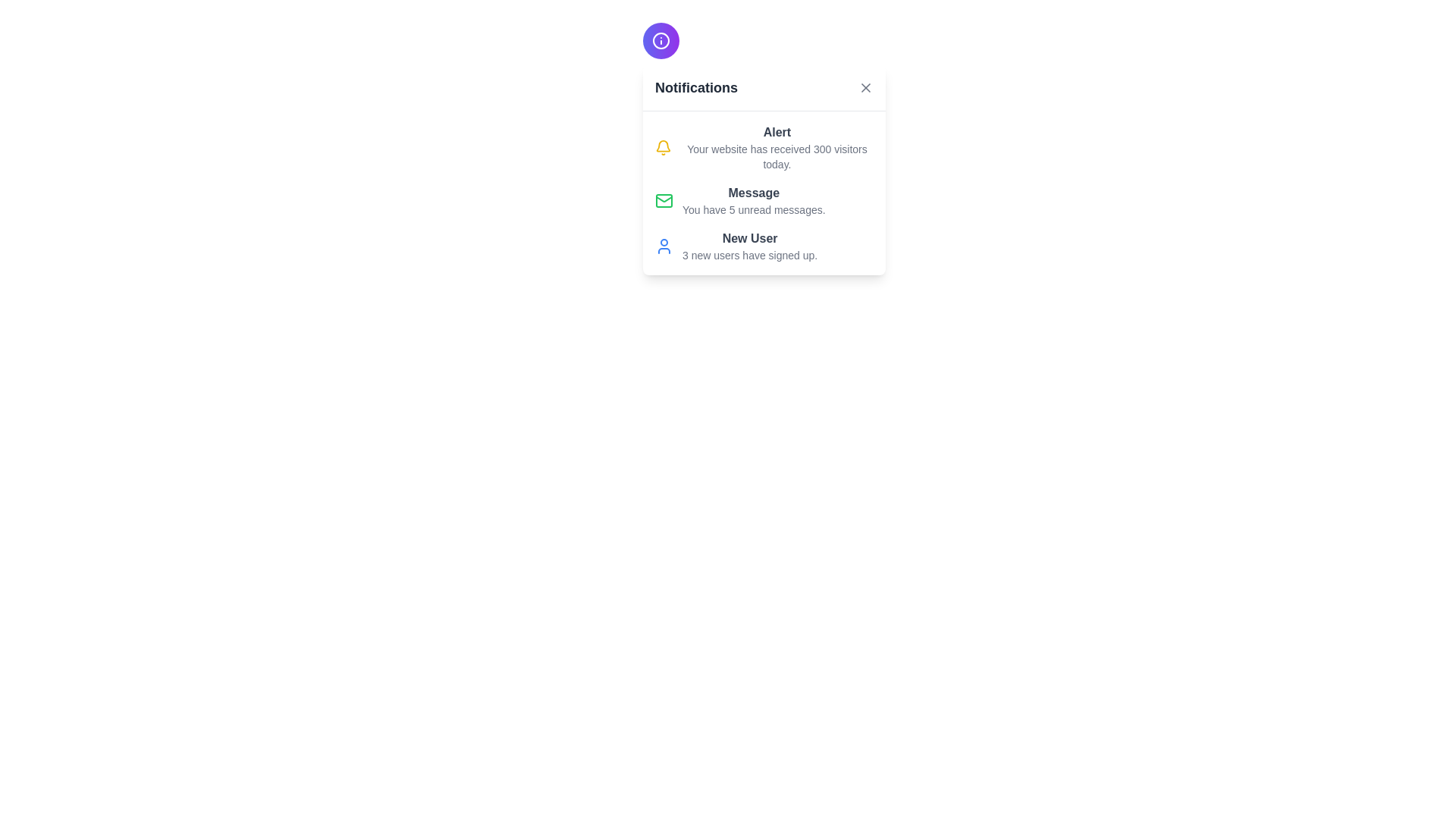 Image resolution: width=1456 pixels, height=819 pixels. I want to click on the text label indicating the number of unread messages located in the notifications panel below the 'Message' heading, so click(754, 210).